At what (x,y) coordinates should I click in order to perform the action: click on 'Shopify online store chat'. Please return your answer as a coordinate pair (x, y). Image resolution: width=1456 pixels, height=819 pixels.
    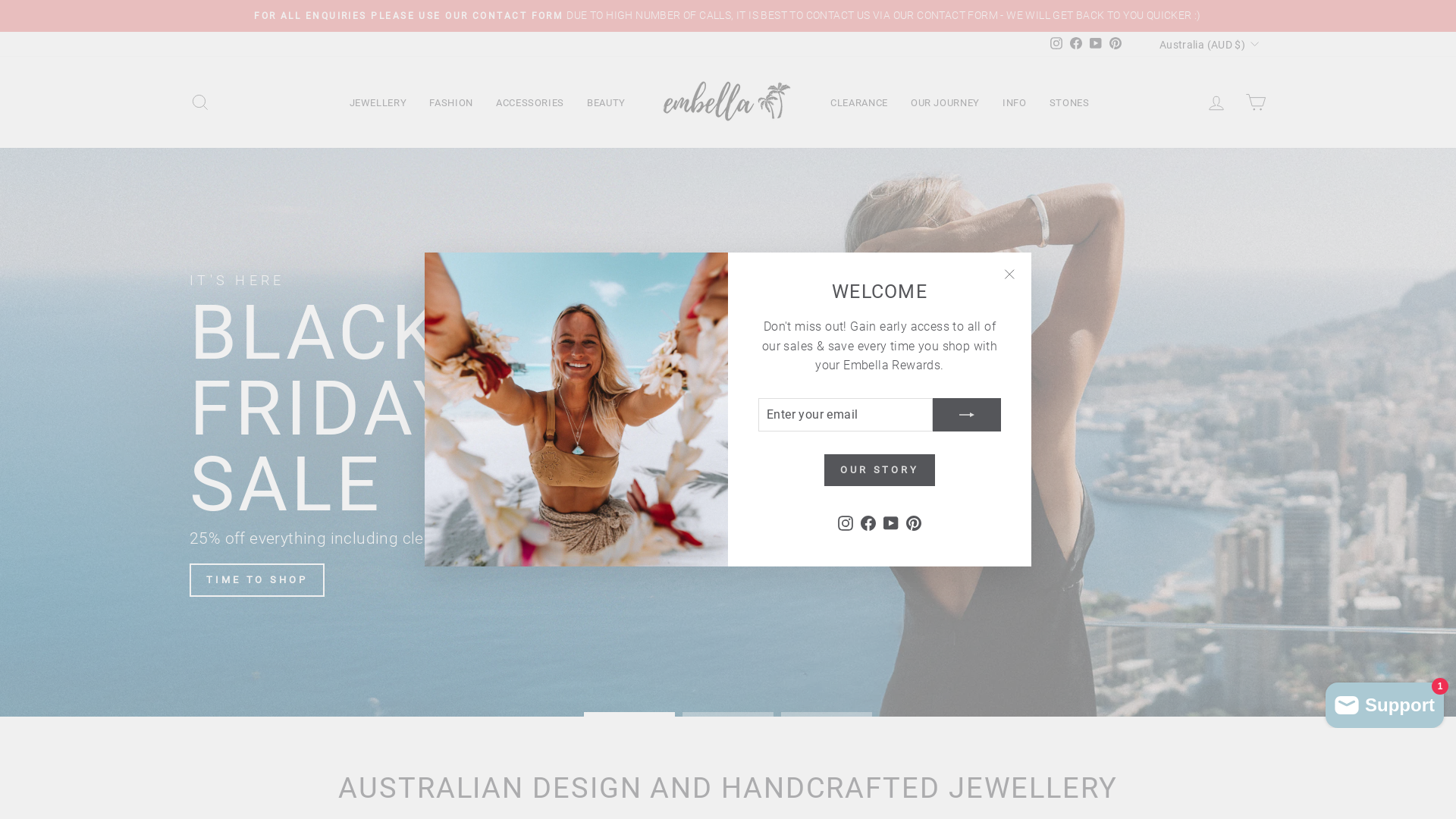
    Looking at the image, I should click on (1384, 701).